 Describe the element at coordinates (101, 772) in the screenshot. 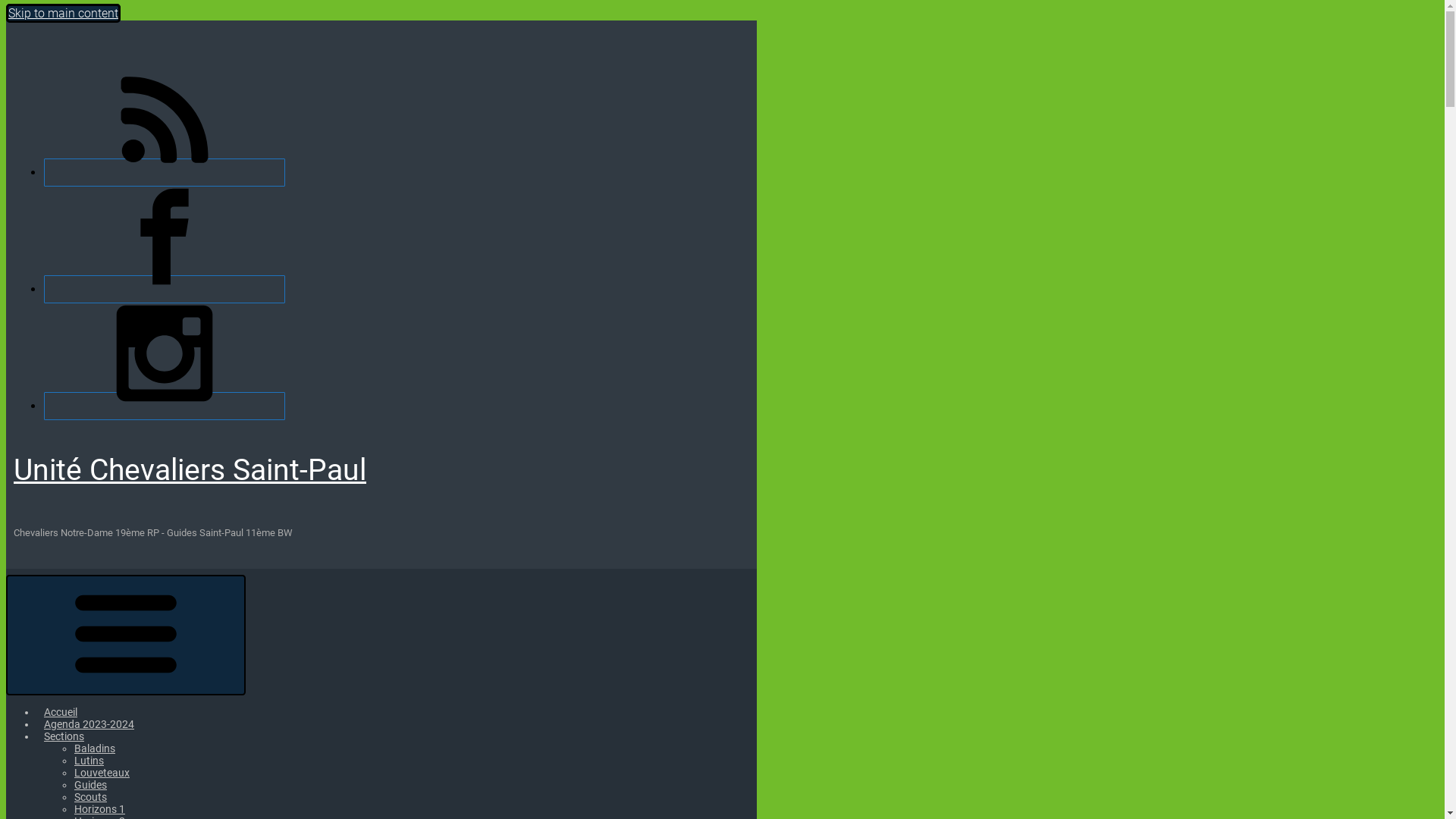

I see `'Louveteaux'` at that location.